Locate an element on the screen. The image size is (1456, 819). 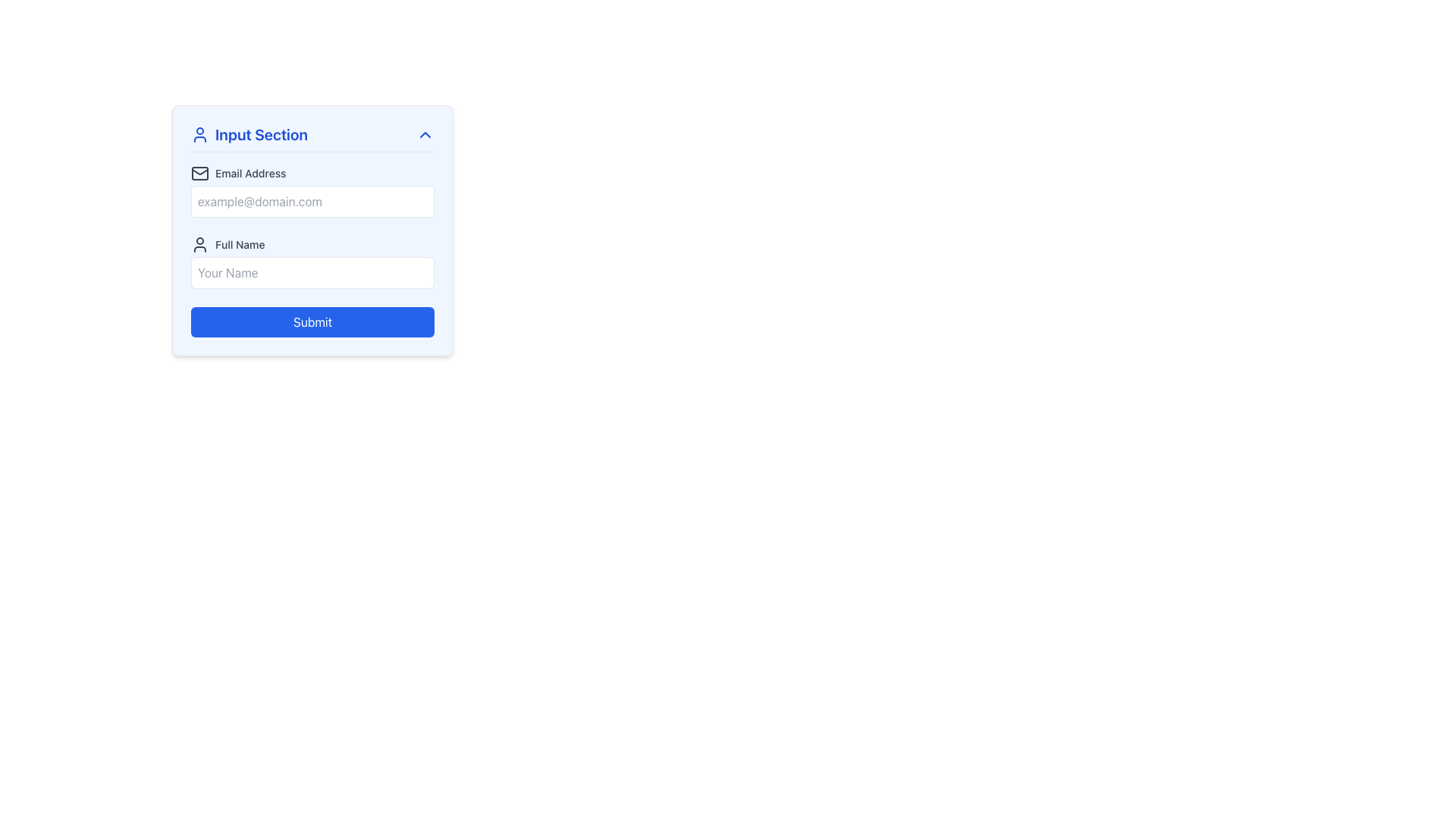
the email functionality icon located in the 'Input Section', aligned to the left of the 'Email Address' label is located at coordinates (199, 172).